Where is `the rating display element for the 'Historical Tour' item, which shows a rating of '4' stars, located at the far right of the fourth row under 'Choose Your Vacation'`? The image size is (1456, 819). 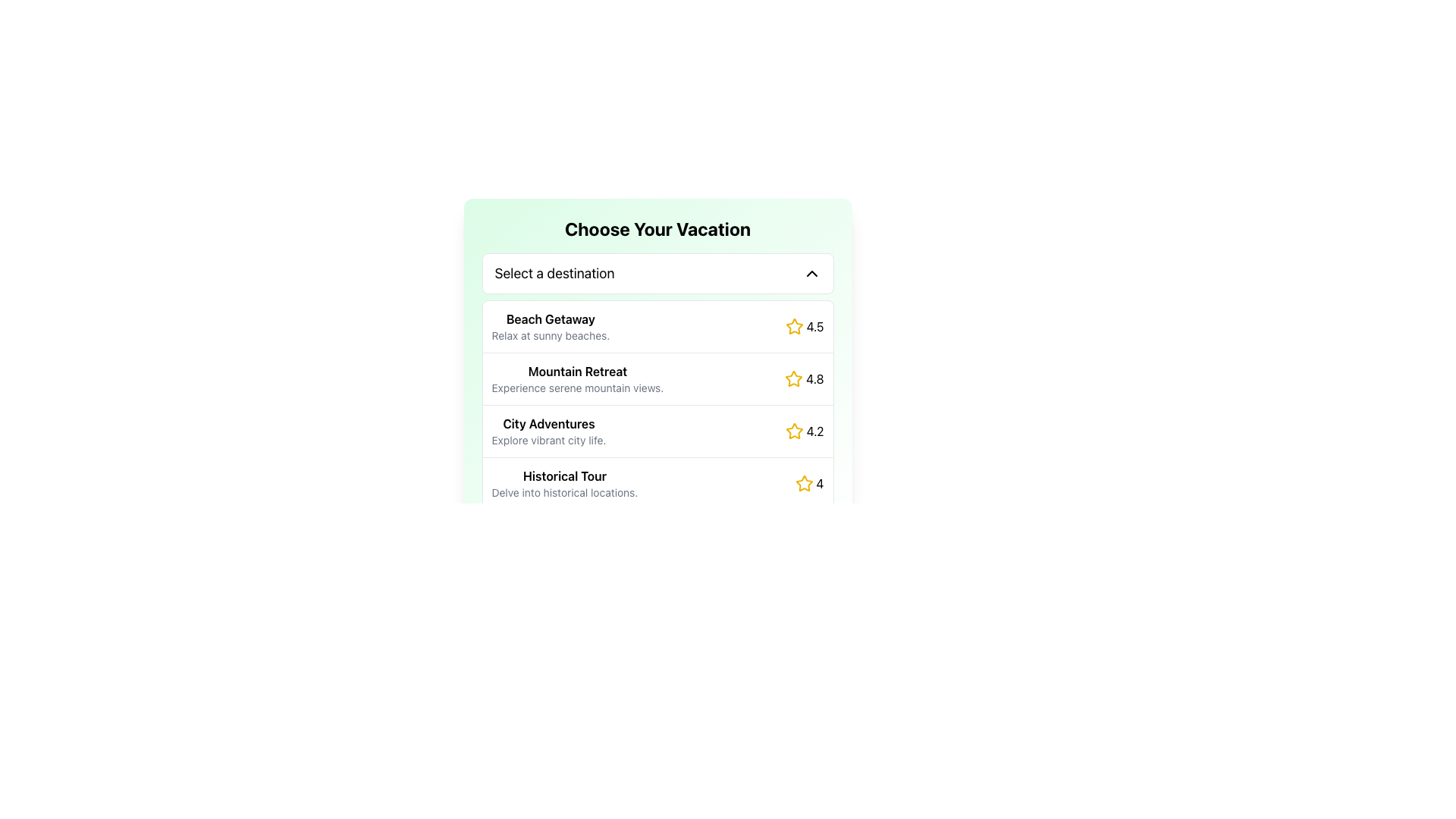 the rating display element for the 'Historical Tour' item, which shows a rating of '4' stars, located at the far right of the fourth row under 'Choose Your Vacation' is located at coordinates (808, 483).